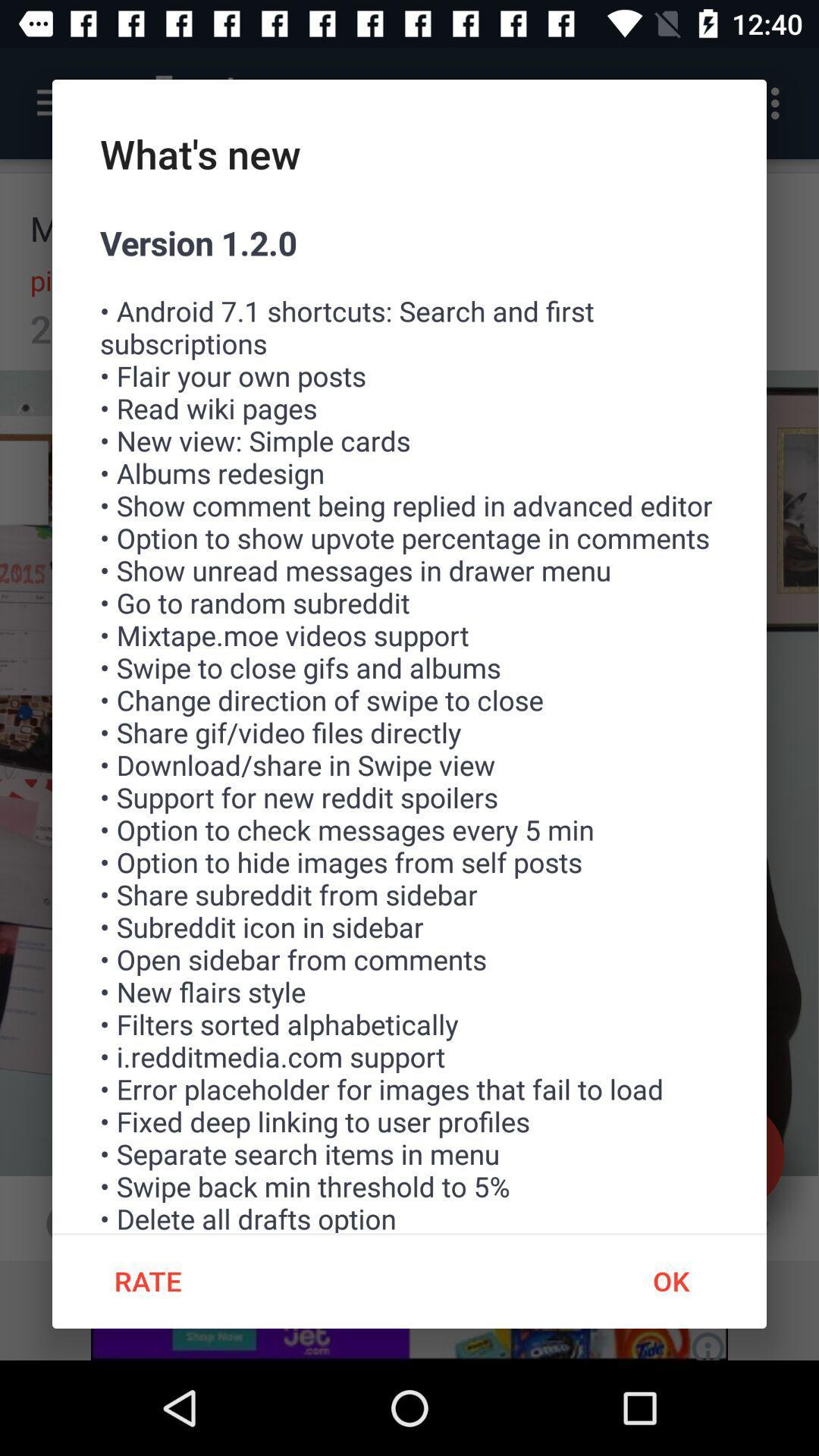 The height and width of the screenshot is (1456, 819). I want to click on item next to ok, so click(148, 1280).